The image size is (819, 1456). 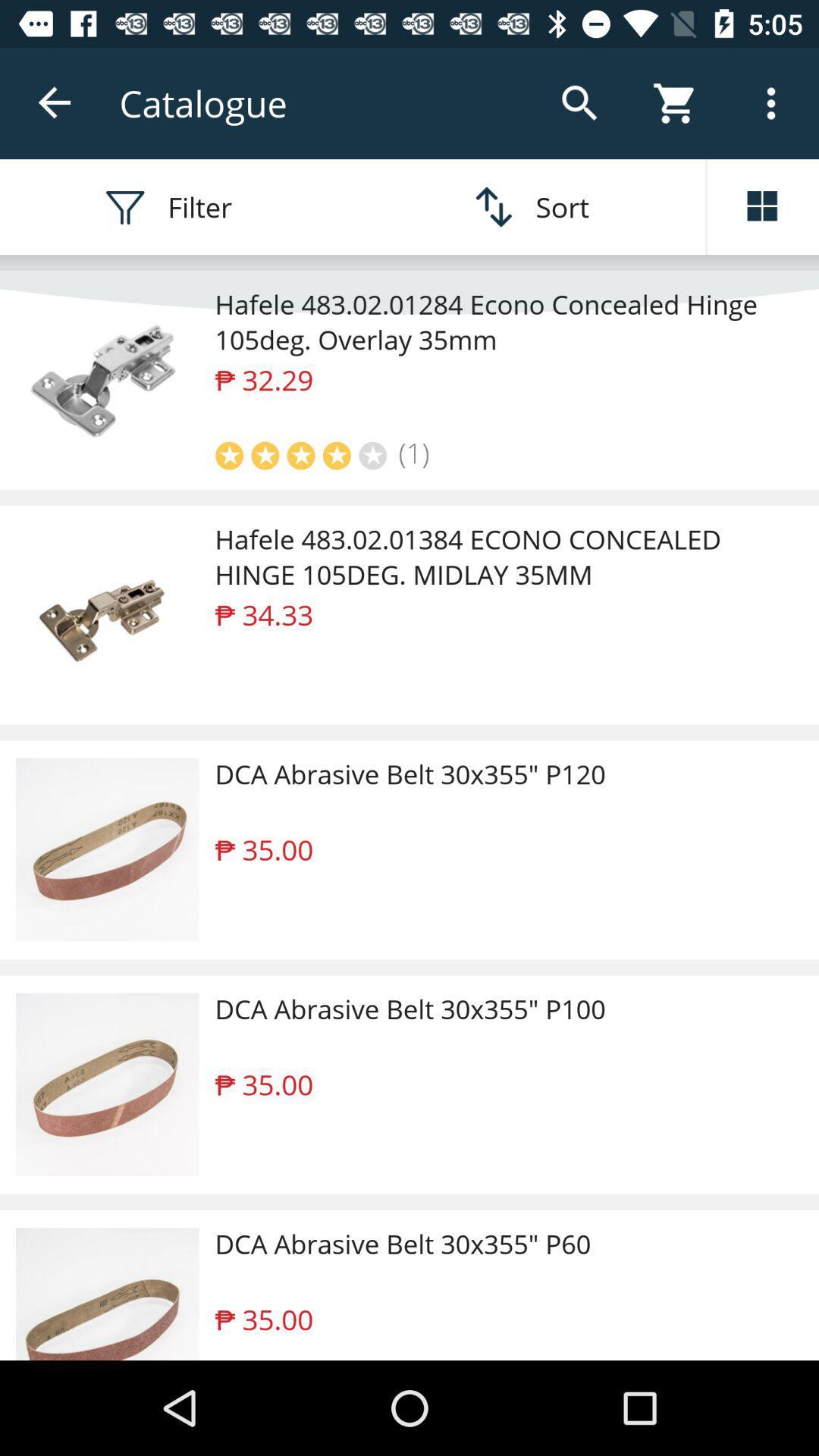 What do you see at coordinates (763, 206) in the screenshot?
I see `open more information` at bounding box center [763, 206].